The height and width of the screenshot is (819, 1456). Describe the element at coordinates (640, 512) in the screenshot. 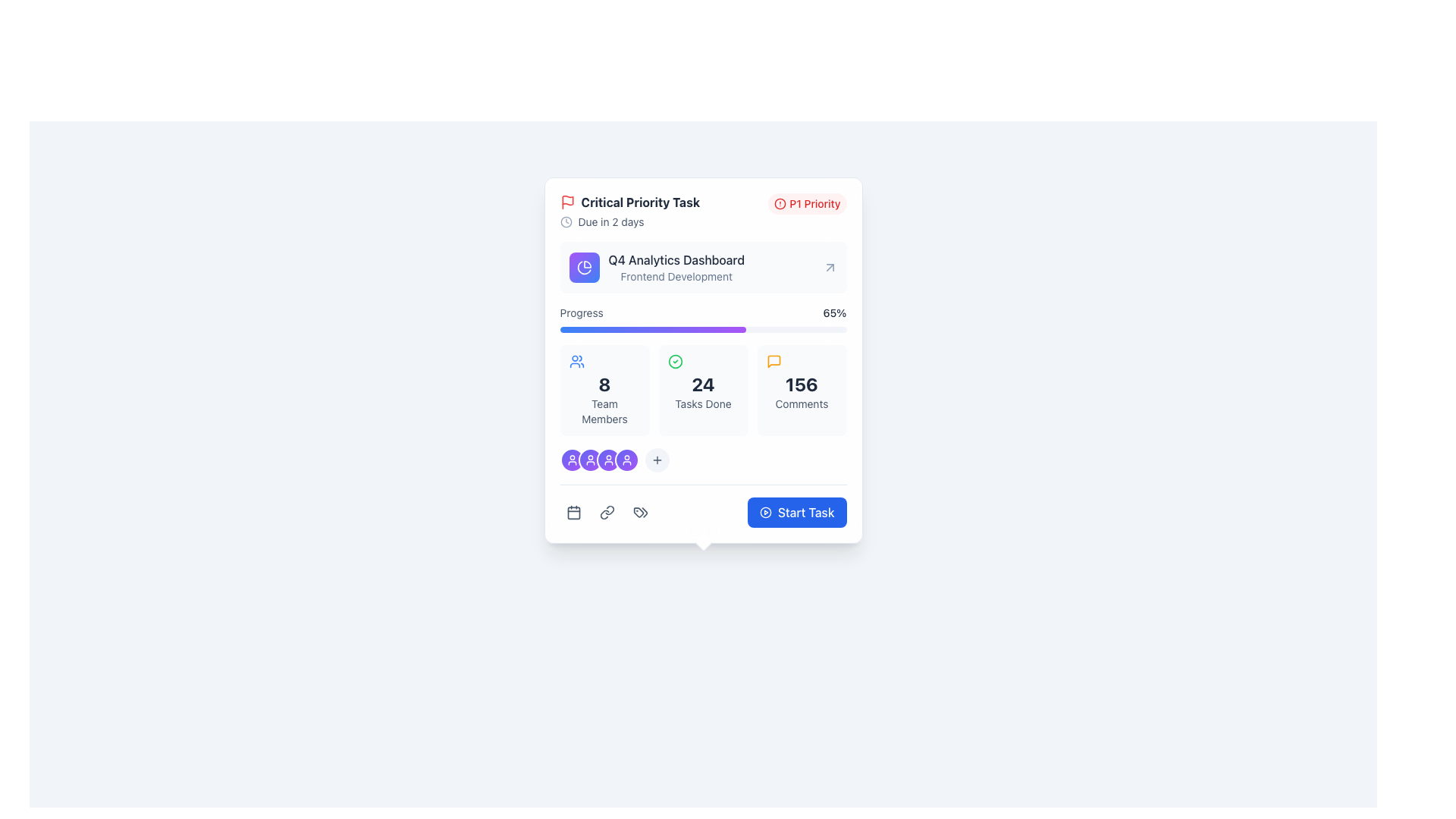

I see `the third button from the left, which features a tag icon with rounded corners` at that location.